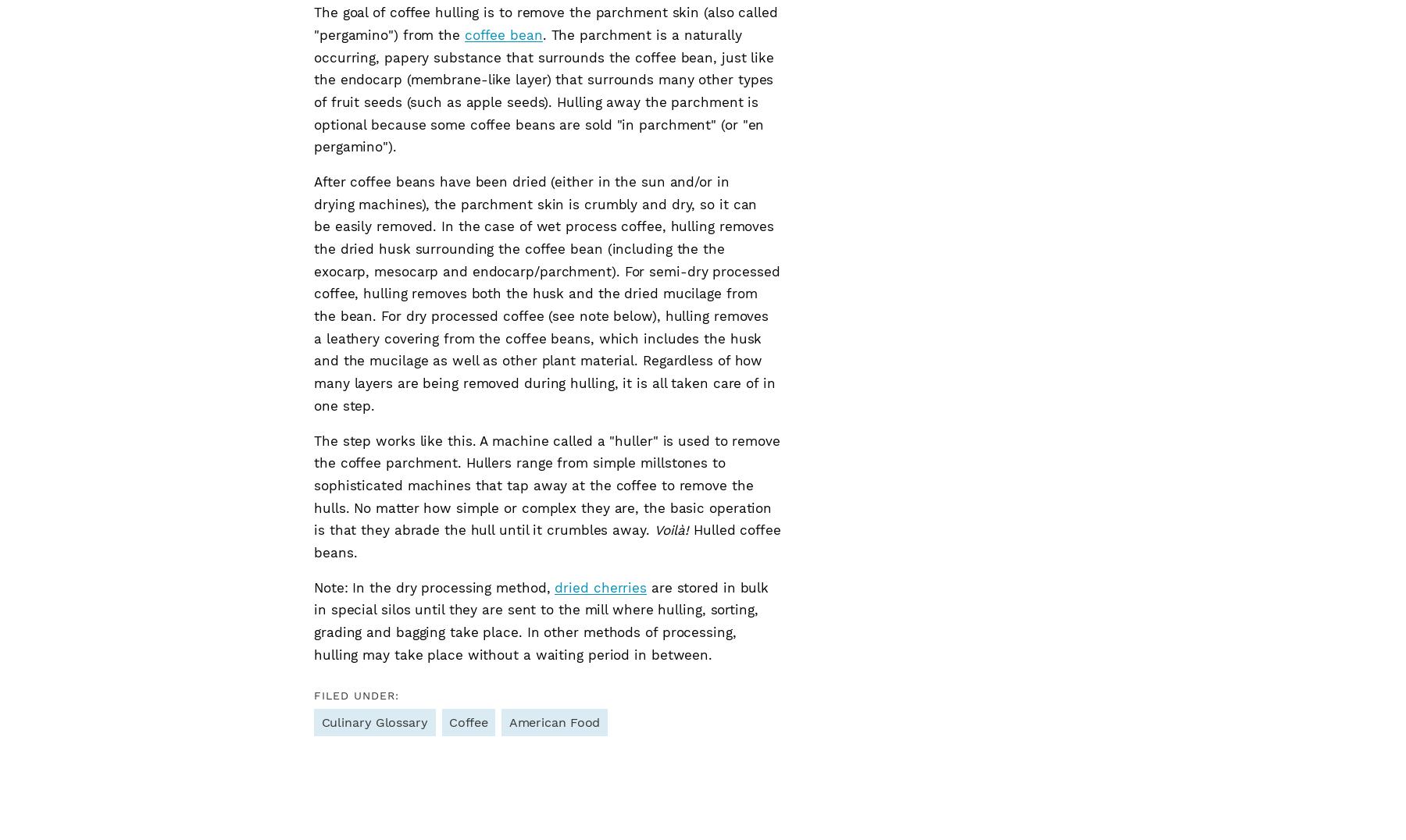 Image resolution: width=1406 pixels, height=840 pixels. I want to click on 'American Food', so click(553, 721).